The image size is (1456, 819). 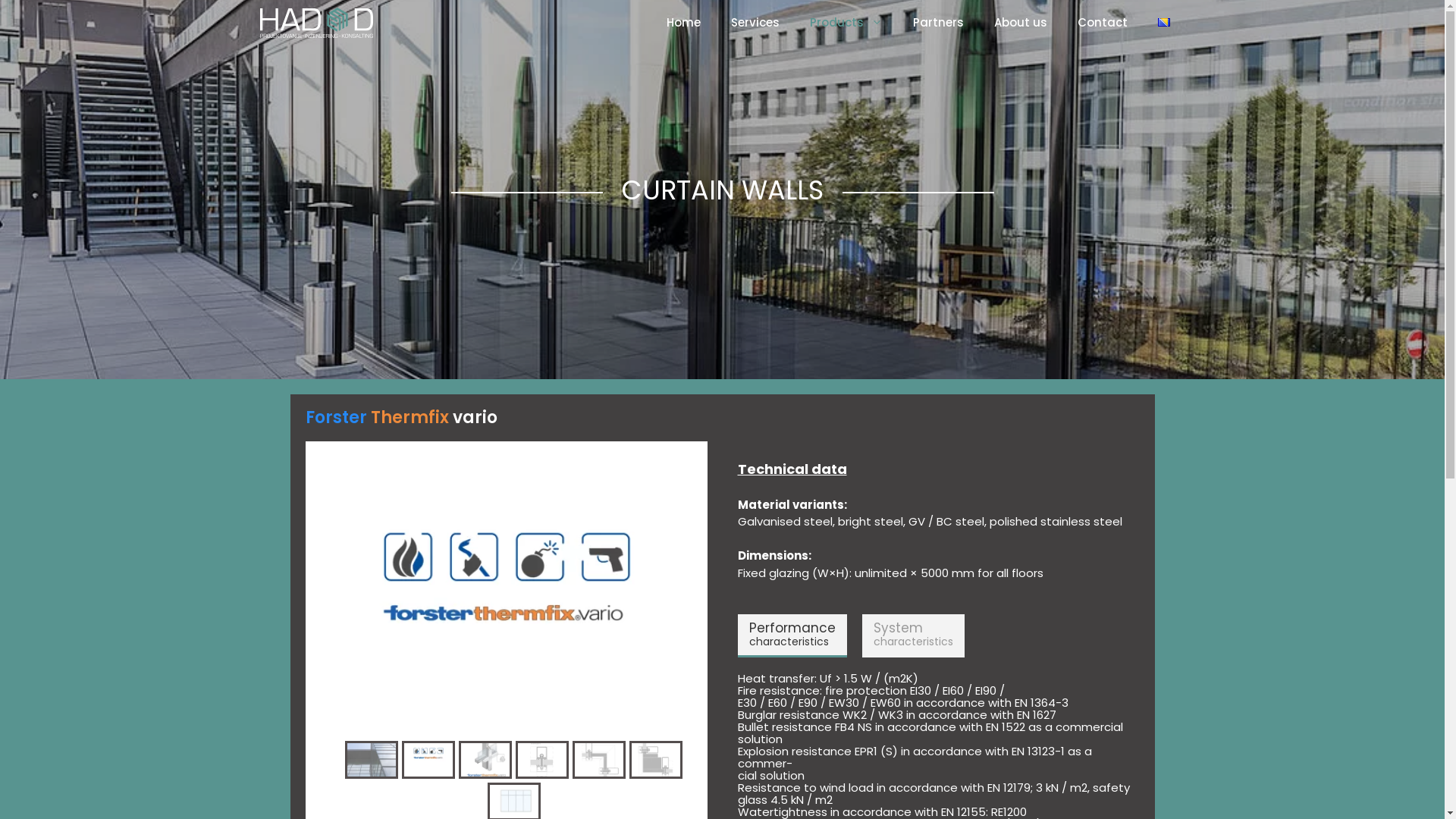 What do you see at coordinates (1102, 23) in the screenshot?
I see `'Contact'` at bounding box center [1102, 23].